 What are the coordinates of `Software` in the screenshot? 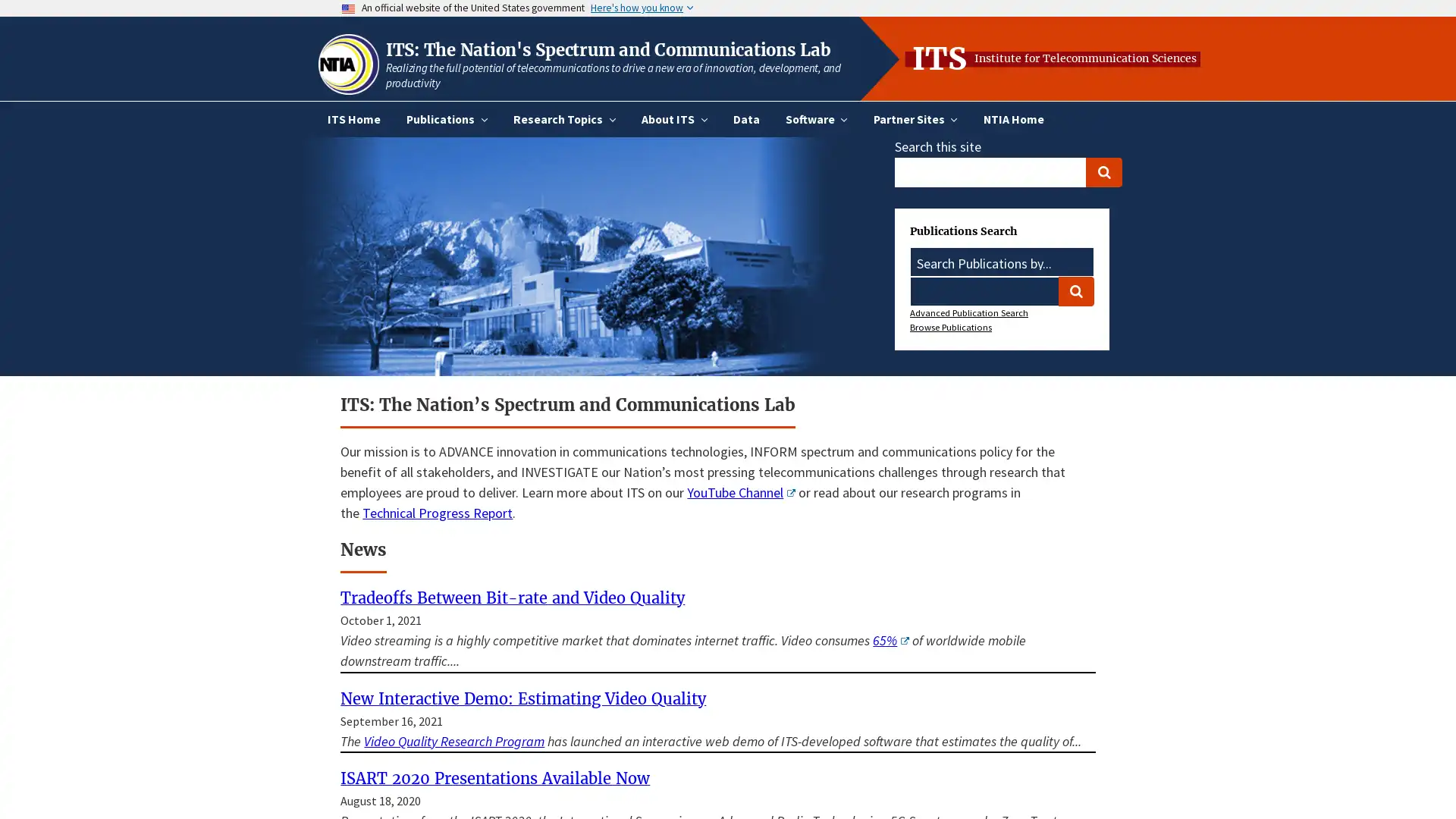 It's located at (814, 118).